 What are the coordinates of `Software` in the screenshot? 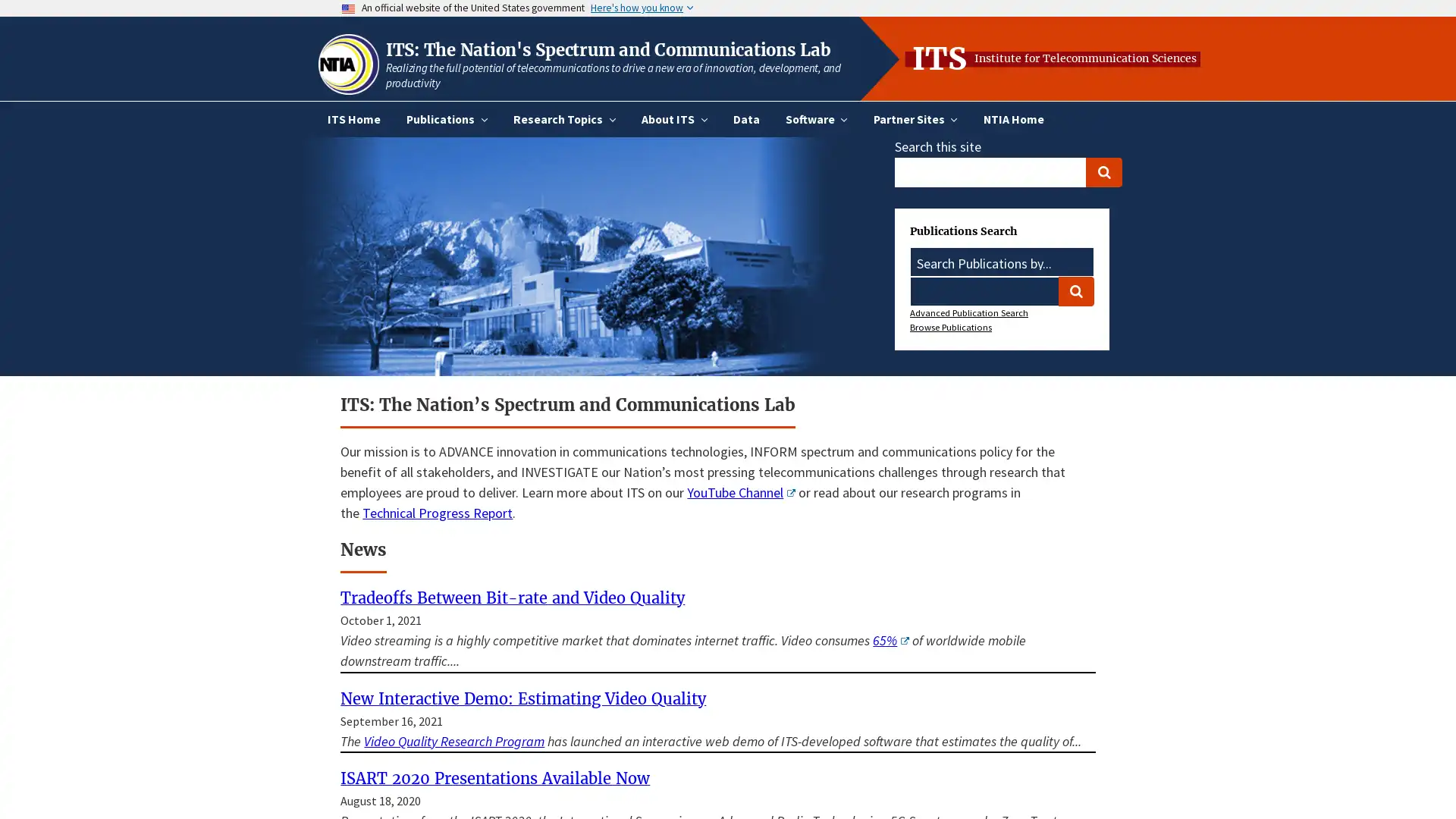 It's located at (814, 118).